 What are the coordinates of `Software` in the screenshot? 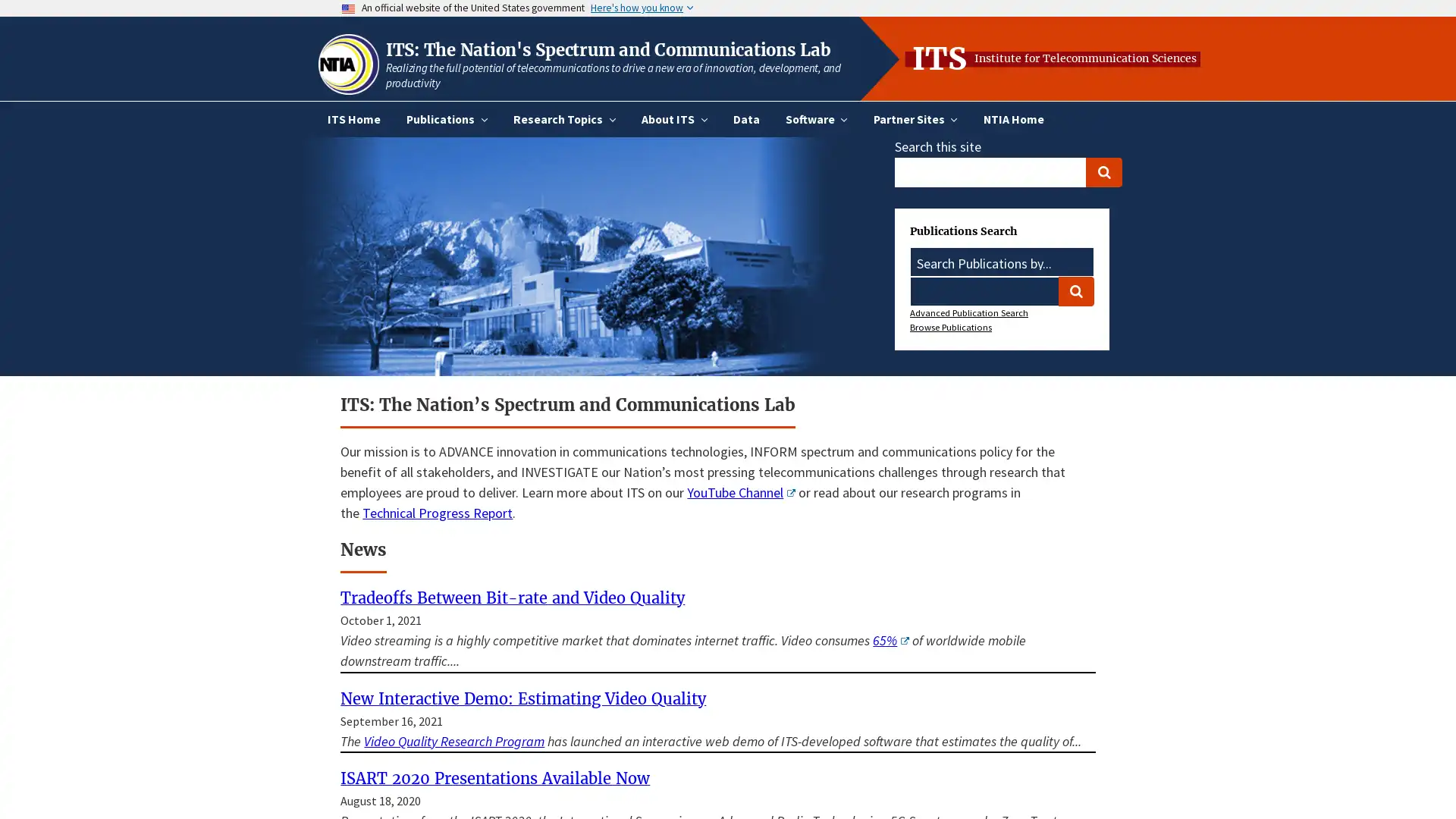 It's located at (814, 118).